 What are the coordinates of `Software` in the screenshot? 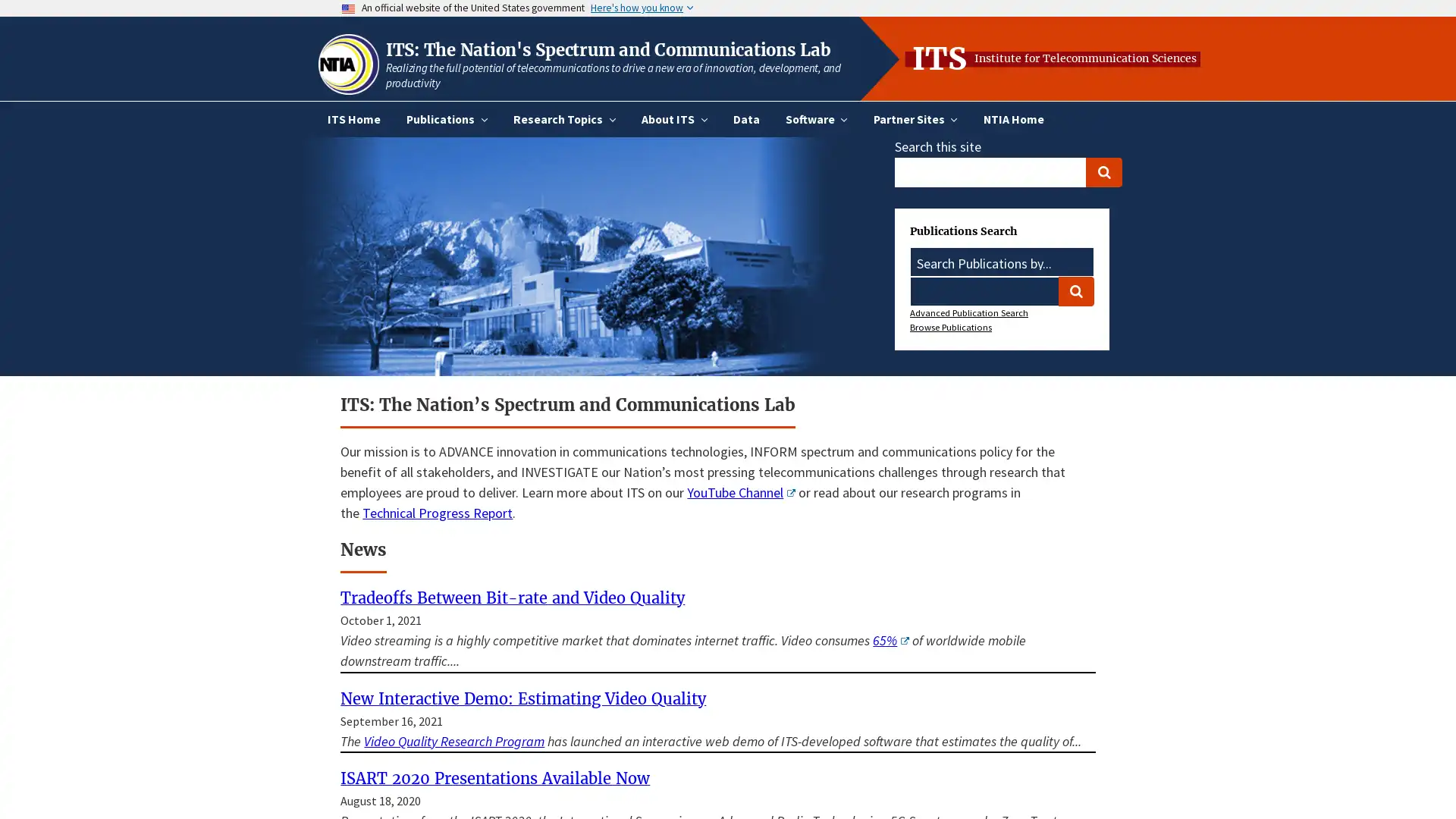 It's located at (814, 118).